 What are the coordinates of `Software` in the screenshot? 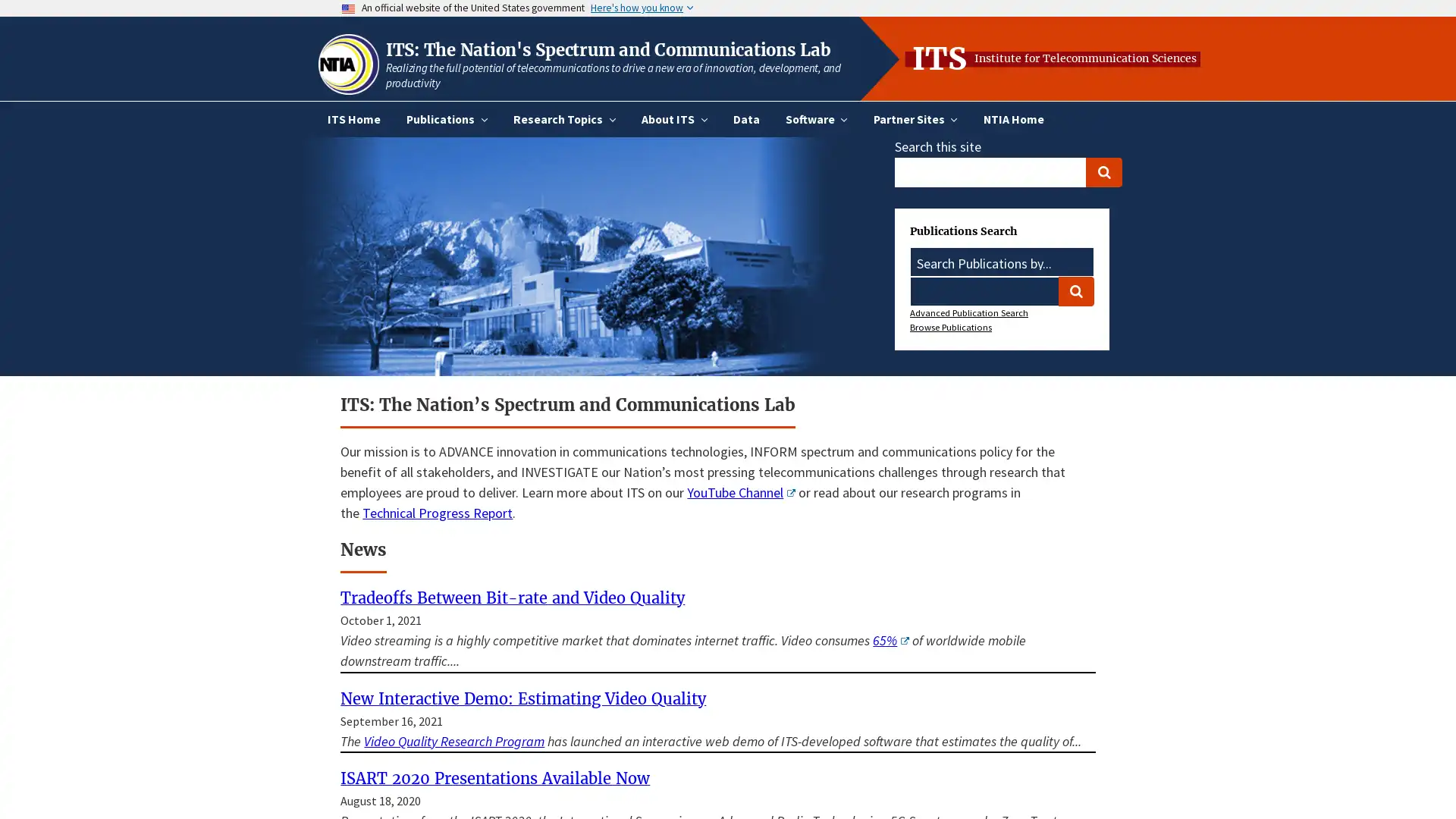 It's located at (814, 118).